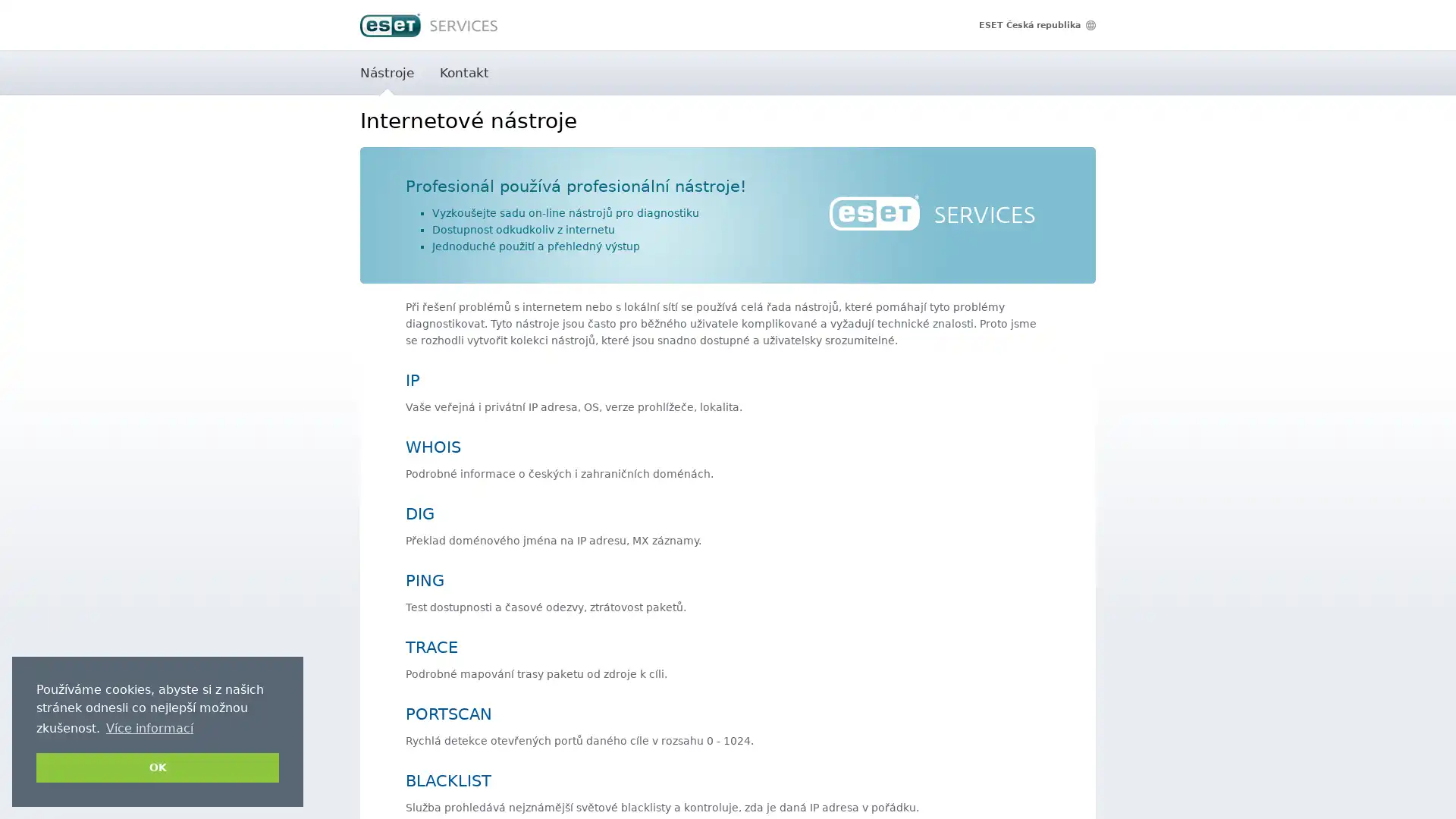 The image size is (1456, 819). What do you see at coordinates (149, 727) in the screenshot?
I see `learn more about cookies` at bounding box center [149, 727].